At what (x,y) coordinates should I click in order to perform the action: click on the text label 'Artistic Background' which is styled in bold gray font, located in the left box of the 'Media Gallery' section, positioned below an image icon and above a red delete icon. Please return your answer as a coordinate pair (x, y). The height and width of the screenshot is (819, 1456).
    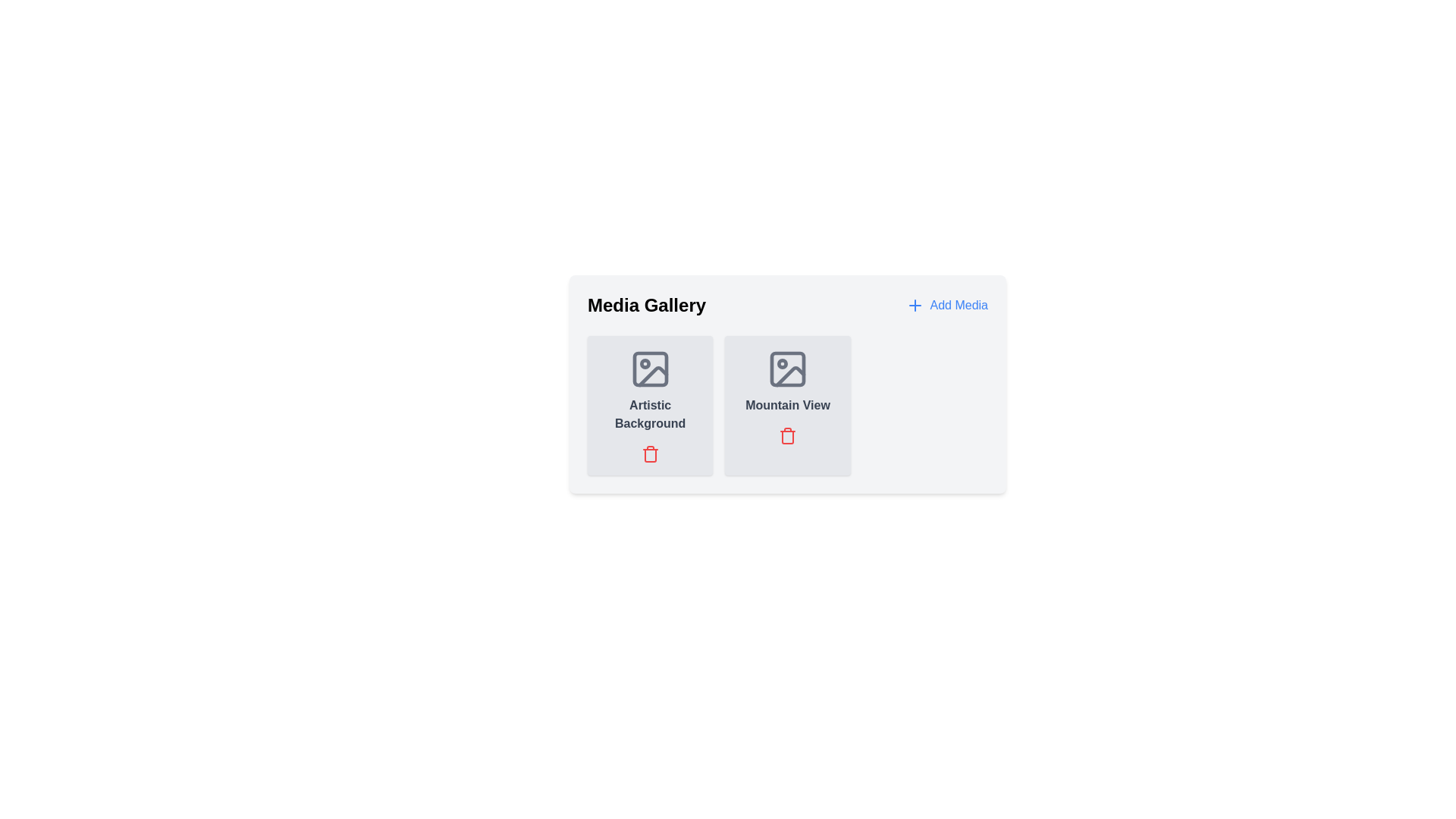
    Looking at the image, I should click on (650, 415).